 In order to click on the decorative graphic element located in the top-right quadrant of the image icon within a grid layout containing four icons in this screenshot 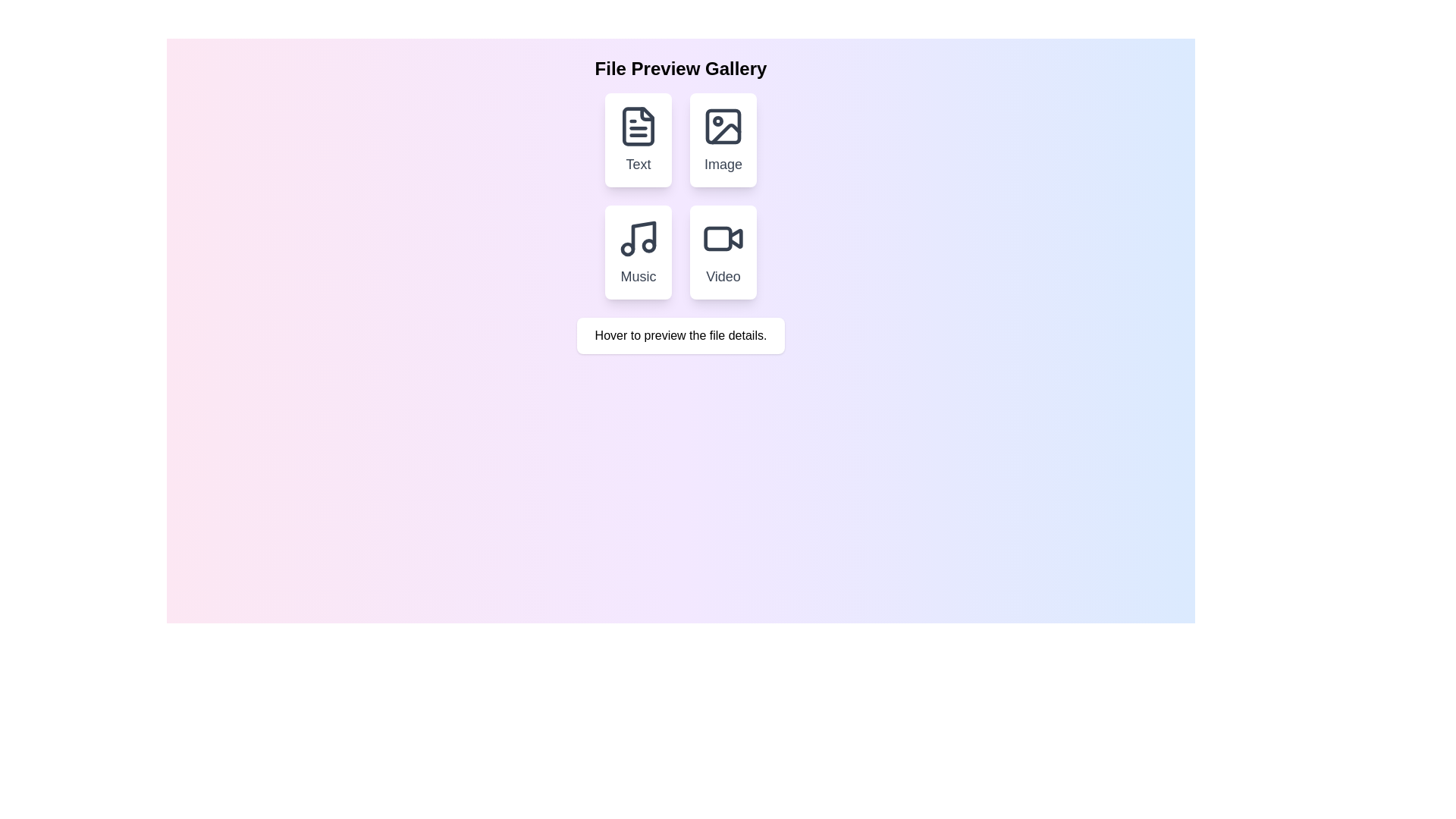, I will do `click(717, 120)`.